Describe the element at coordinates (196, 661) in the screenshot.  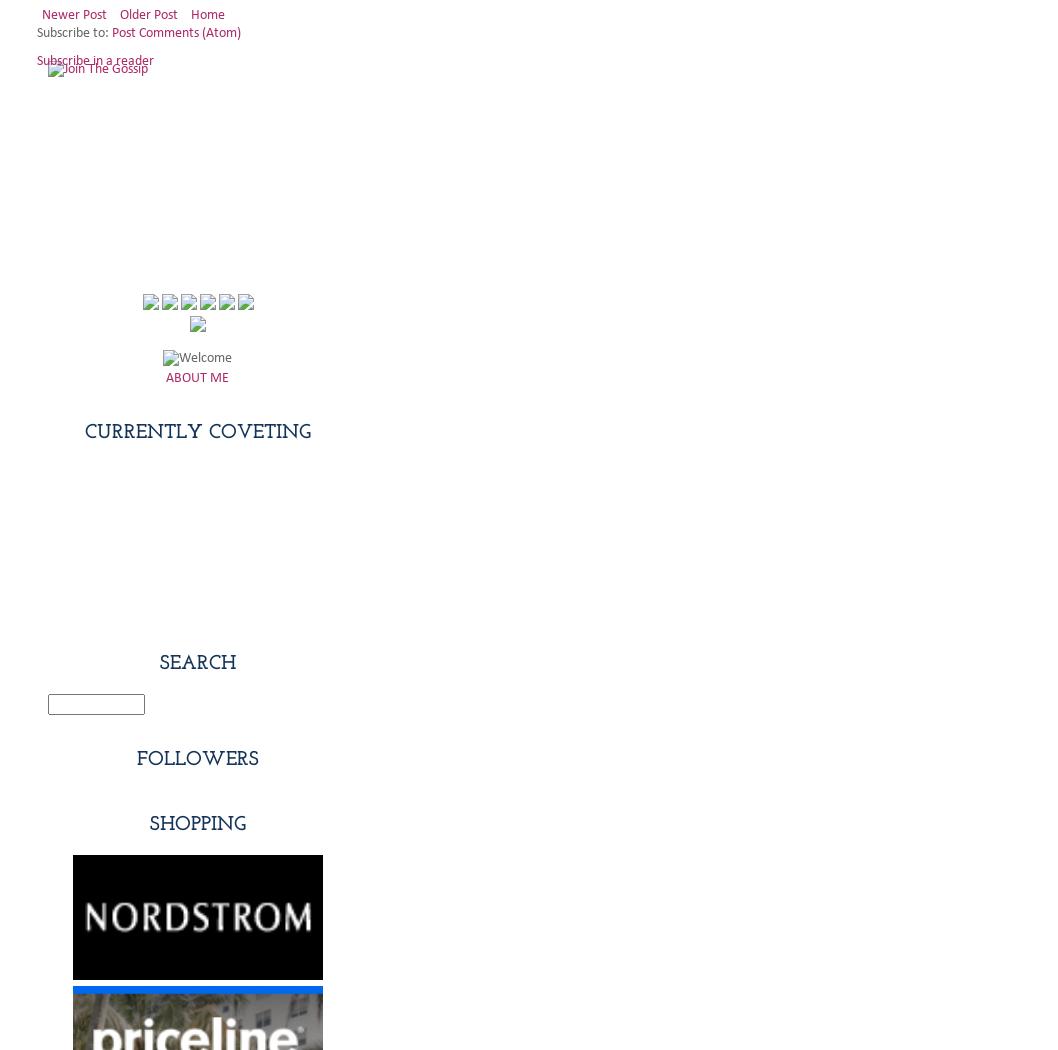
I see `'Search'` at that location.